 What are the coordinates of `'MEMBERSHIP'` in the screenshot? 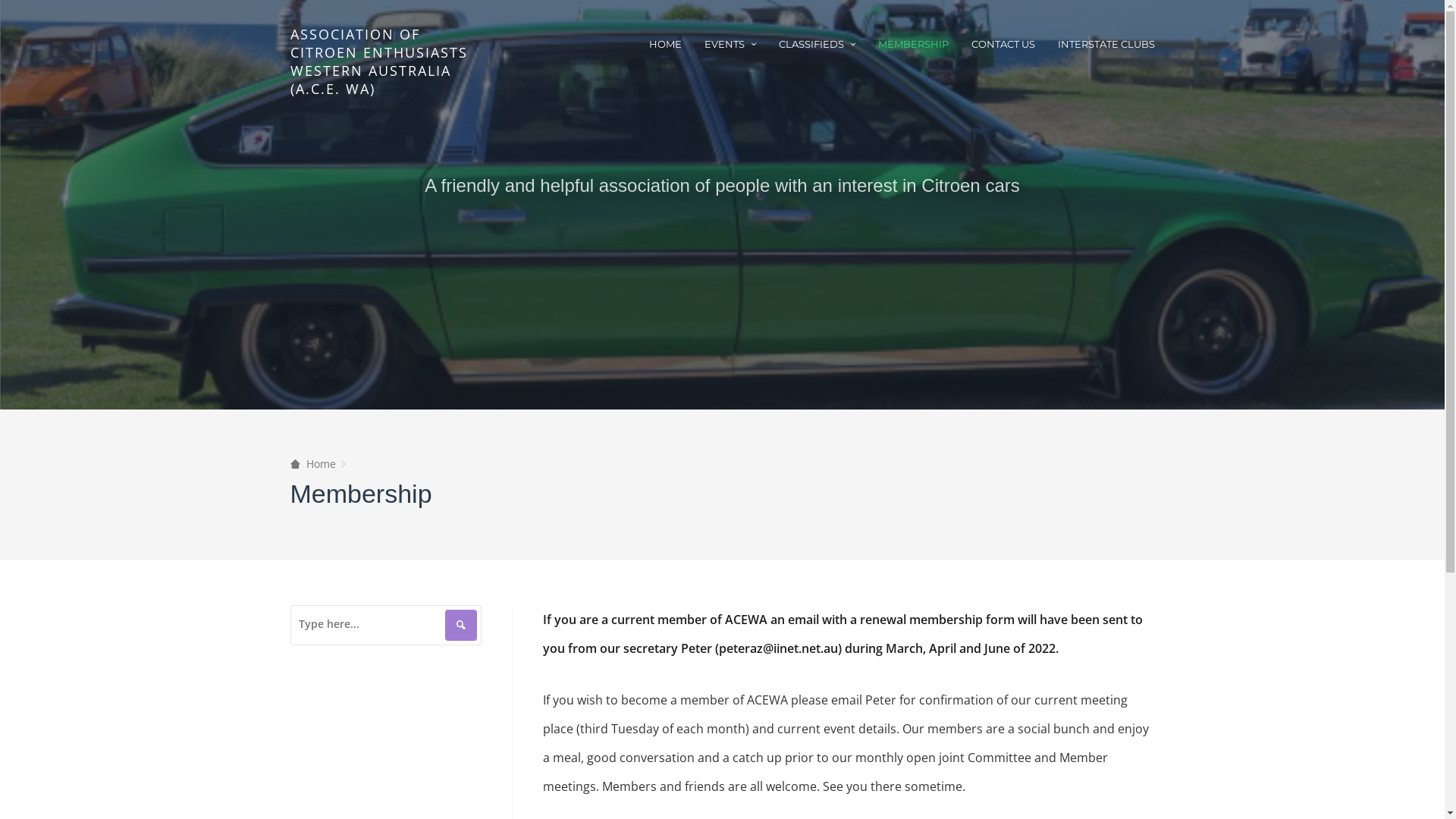 It's located at (912, 42).